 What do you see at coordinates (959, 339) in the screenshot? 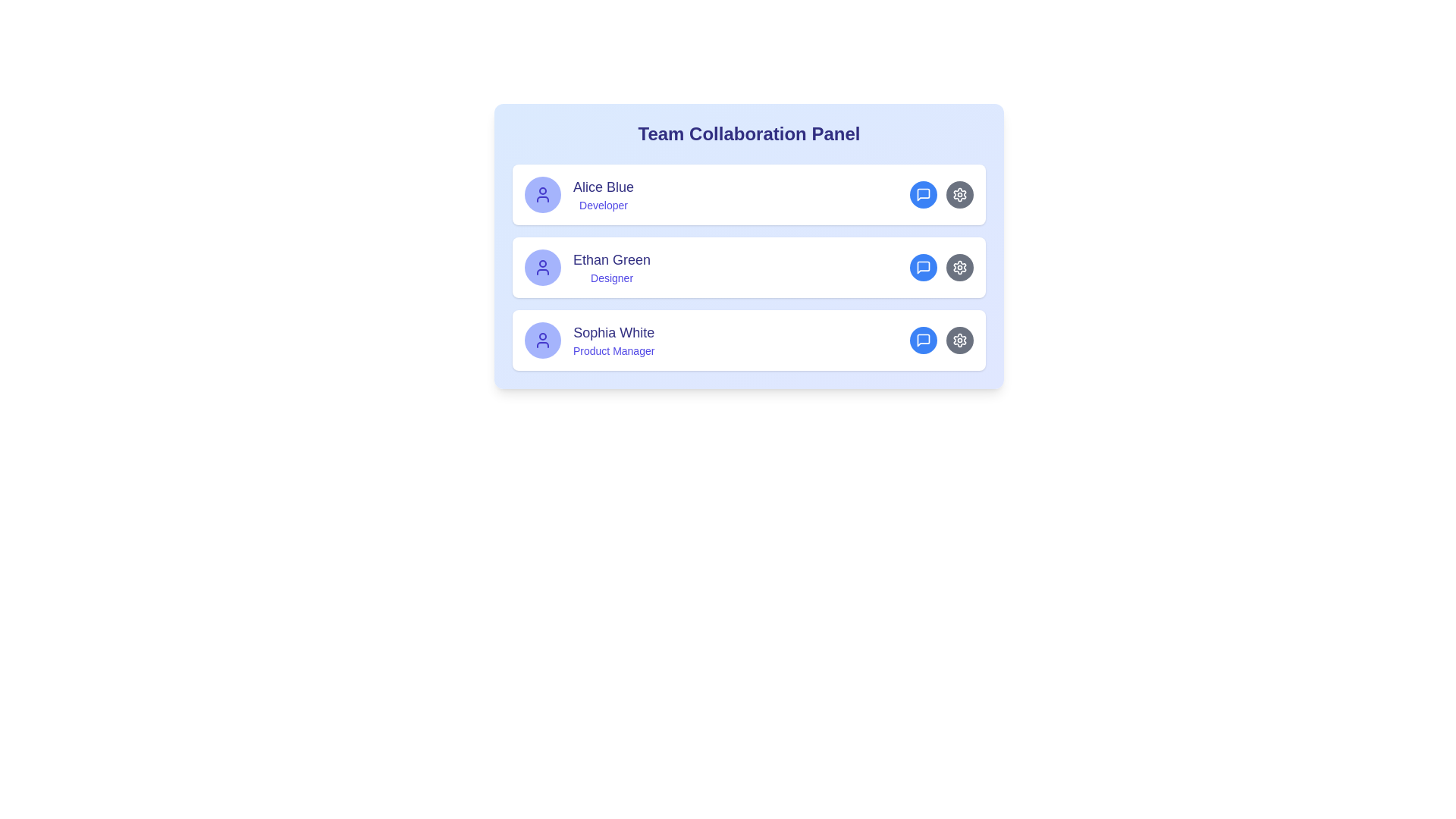
I see `the gear-like settings icon located` at bounding box center [959, 339].